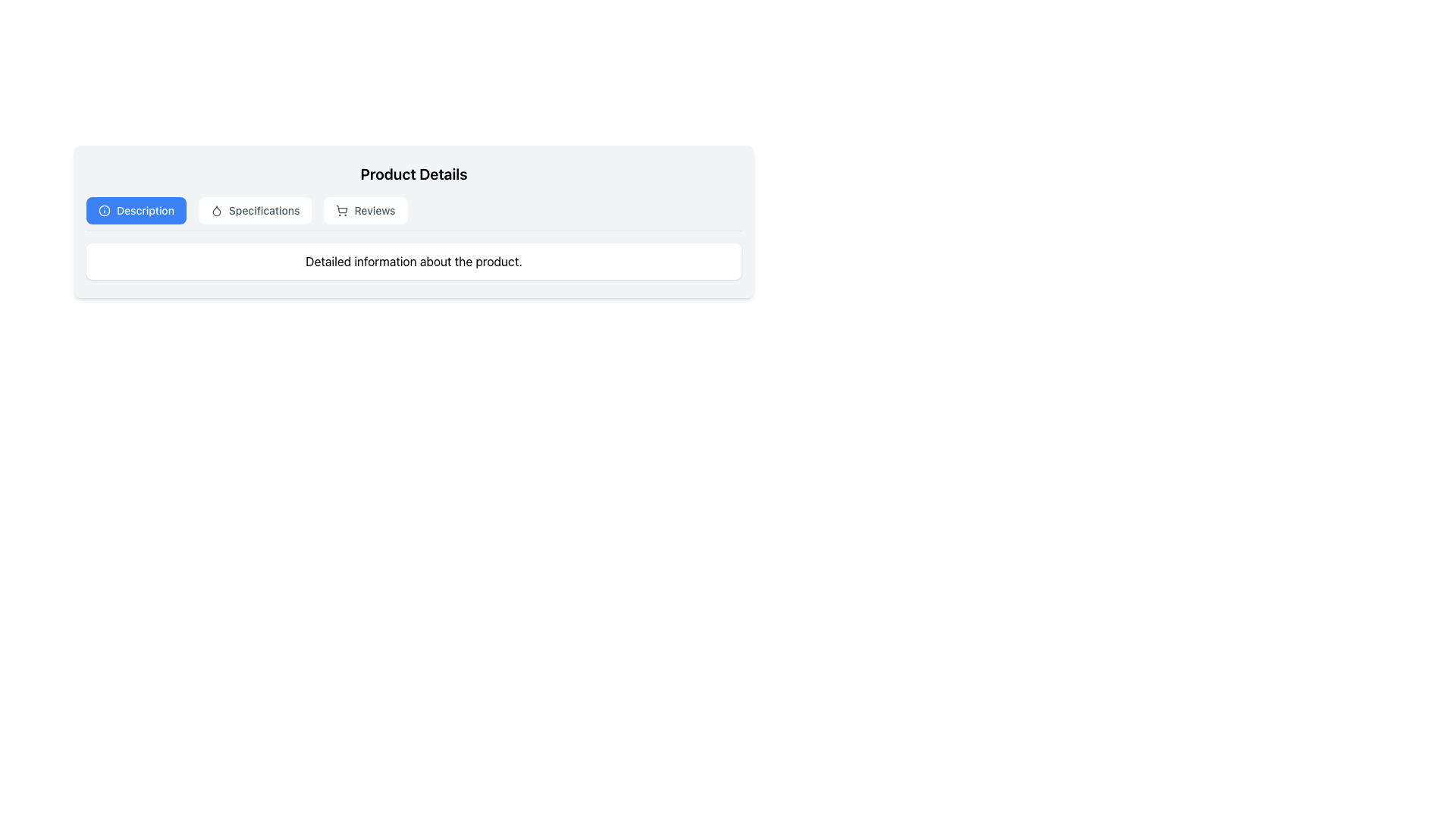  I want to click on the text display panel that contains the text 'Detailed information about the product.' which has a white background and rounded corners, so click(414, 260).